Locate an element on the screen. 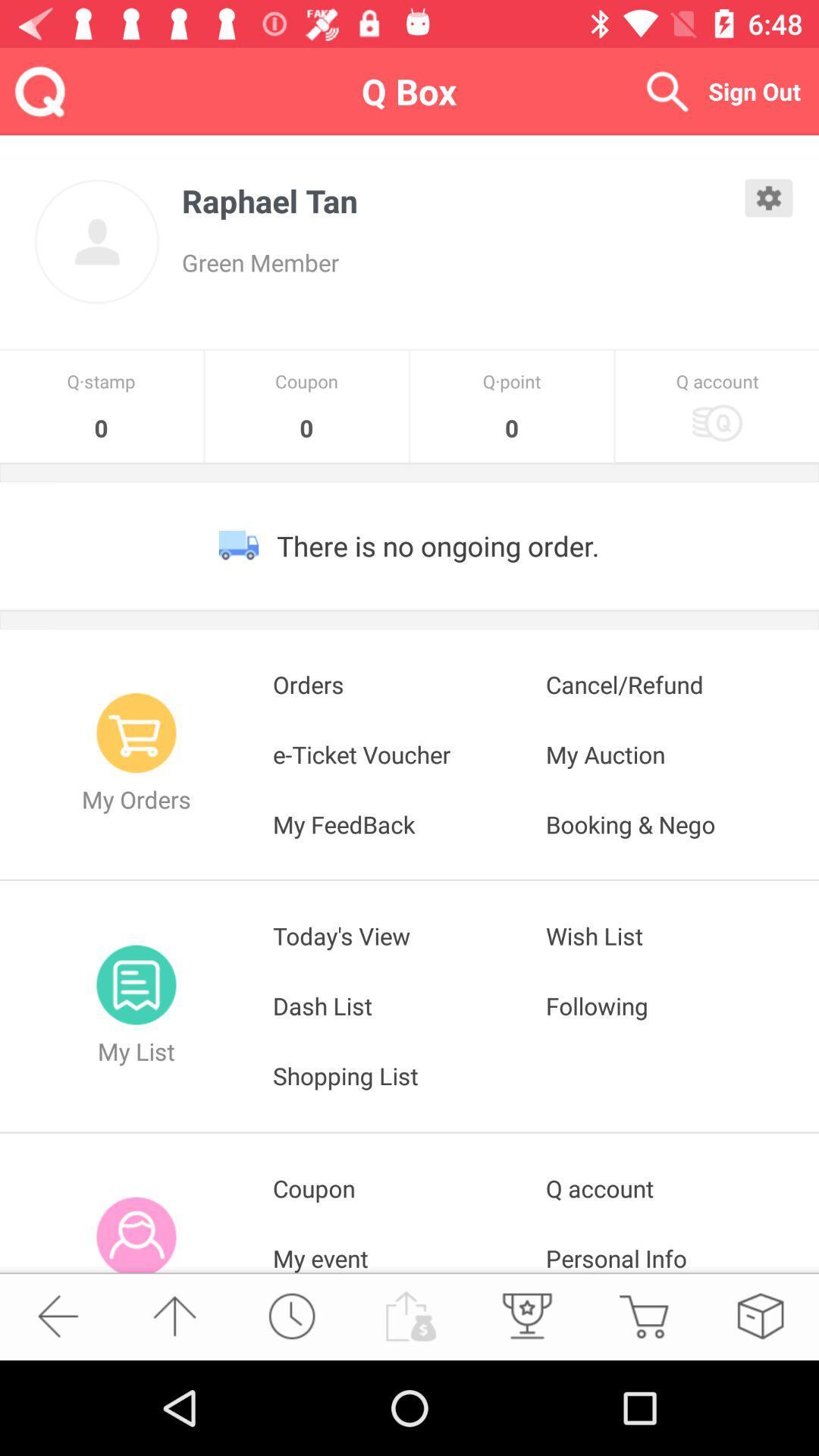 This screenshot has width=819, height=1456. the item below the personal info app is located at coordinates (760, 1315).